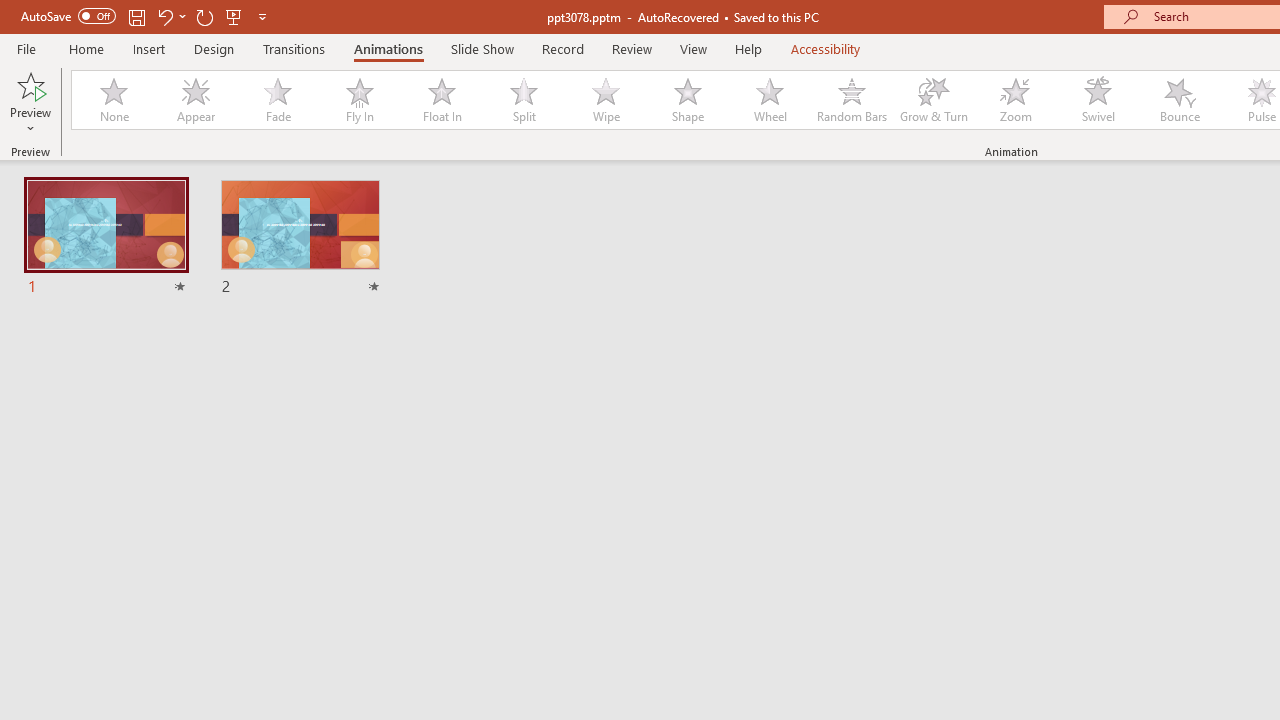 The width and height of the screenshot is (1280, 720). What do you see at coordinates (26, 47) in the screenshot?
I see `'File Tab'` at bounding box center [26, 47].